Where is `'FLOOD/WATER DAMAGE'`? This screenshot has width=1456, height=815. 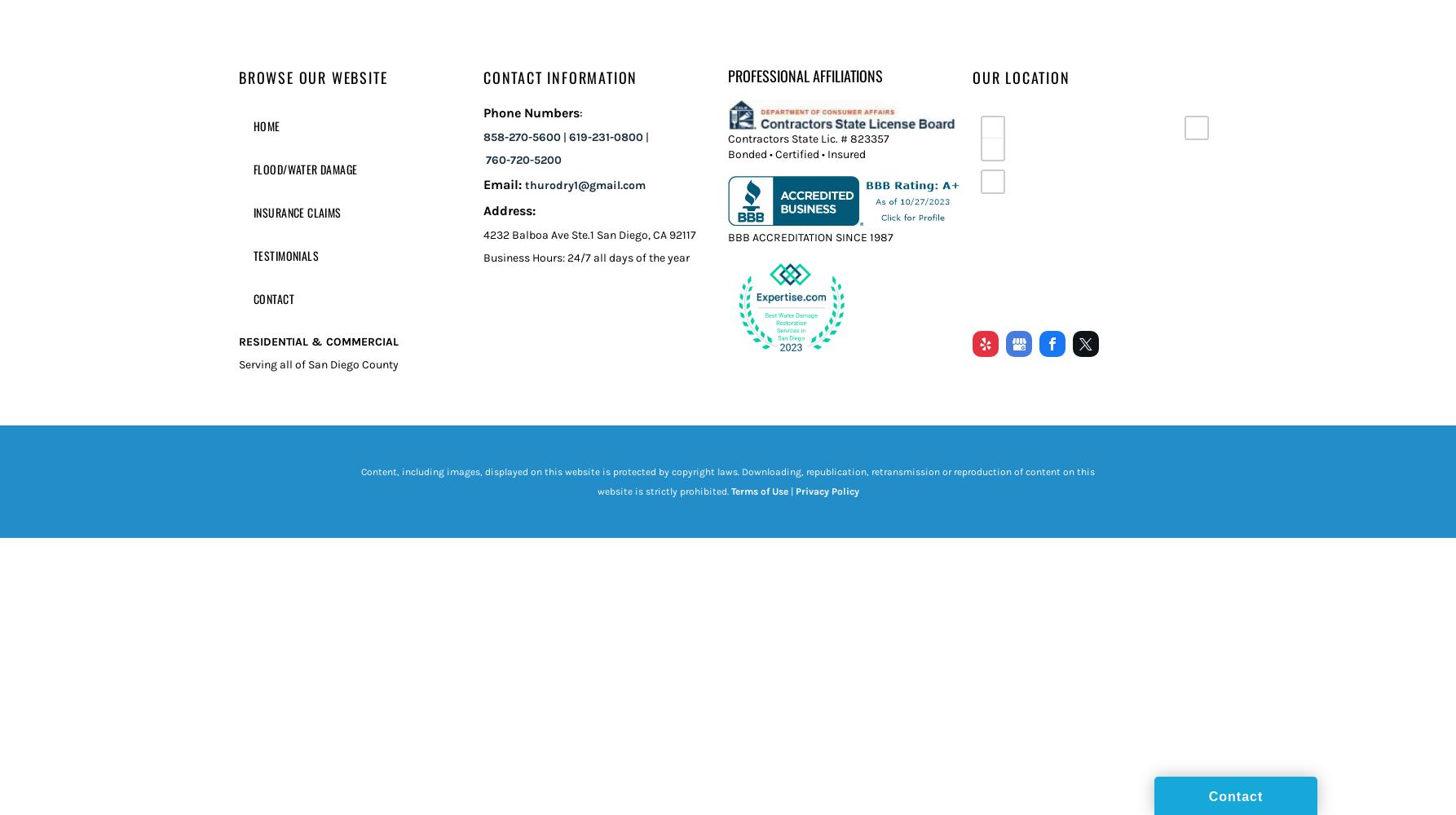
'FLOOD/WATER DAMAGE' is located at coordinates (253, 168).